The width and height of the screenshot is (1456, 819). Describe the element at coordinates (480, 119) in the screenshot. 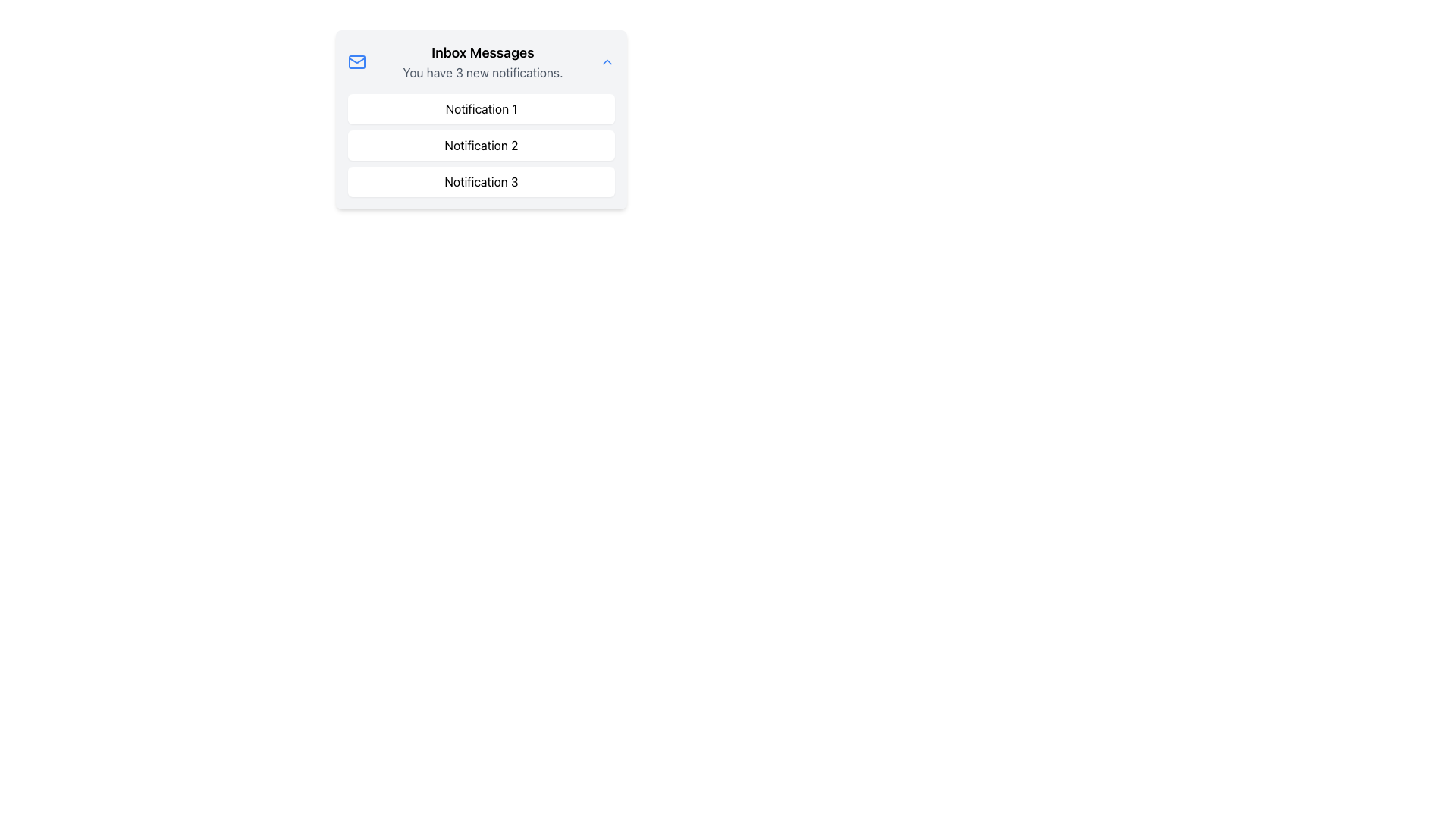

I see `the Notification Panel which displays a summary of notifications including 'Inbox Messages' and individual notification entries` at that location.